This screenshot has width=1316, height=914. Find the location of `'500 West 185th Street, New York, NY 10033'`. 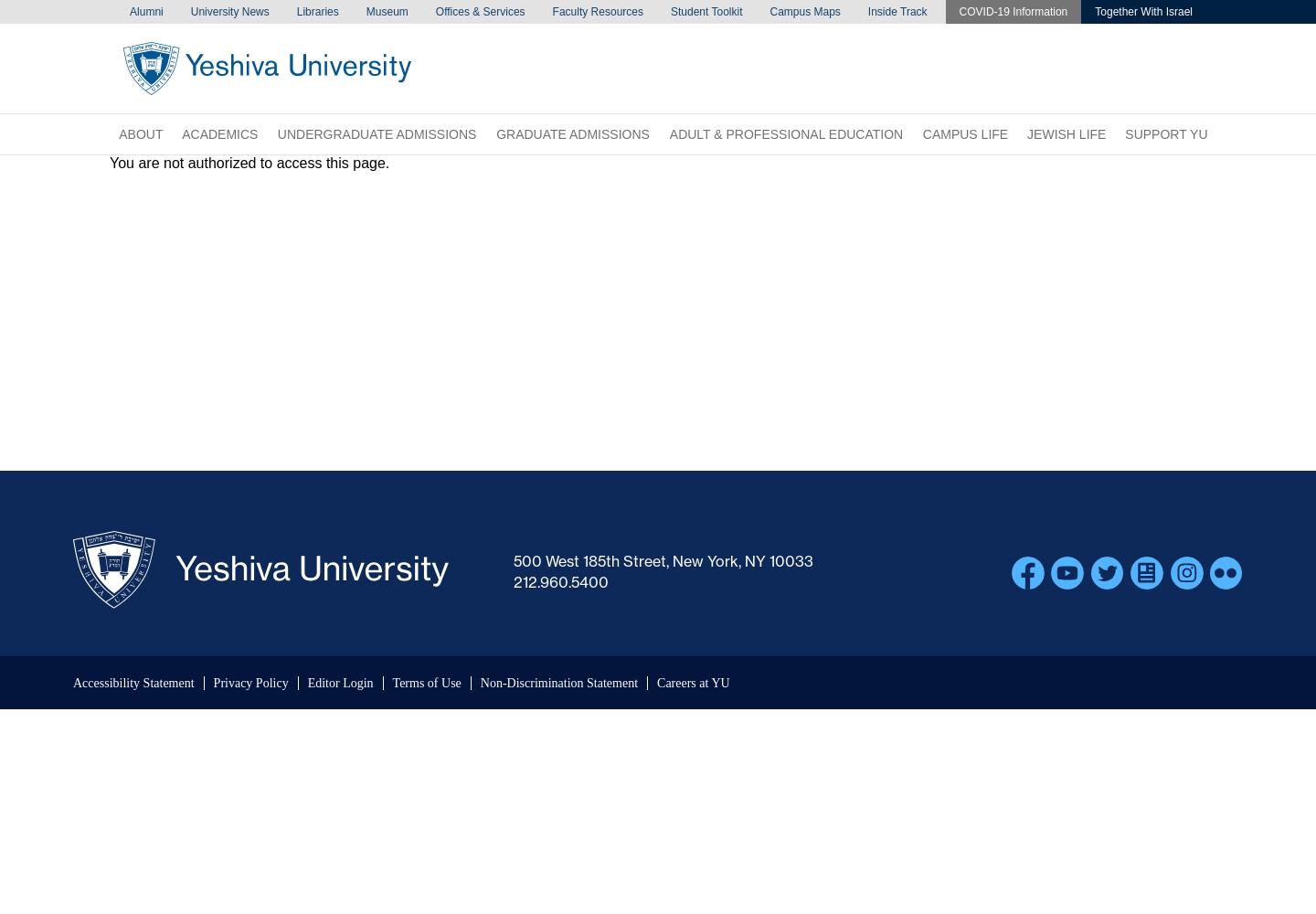

'500 West 185th Street, New York, NY 10033' is located at coordinates (663, 560).